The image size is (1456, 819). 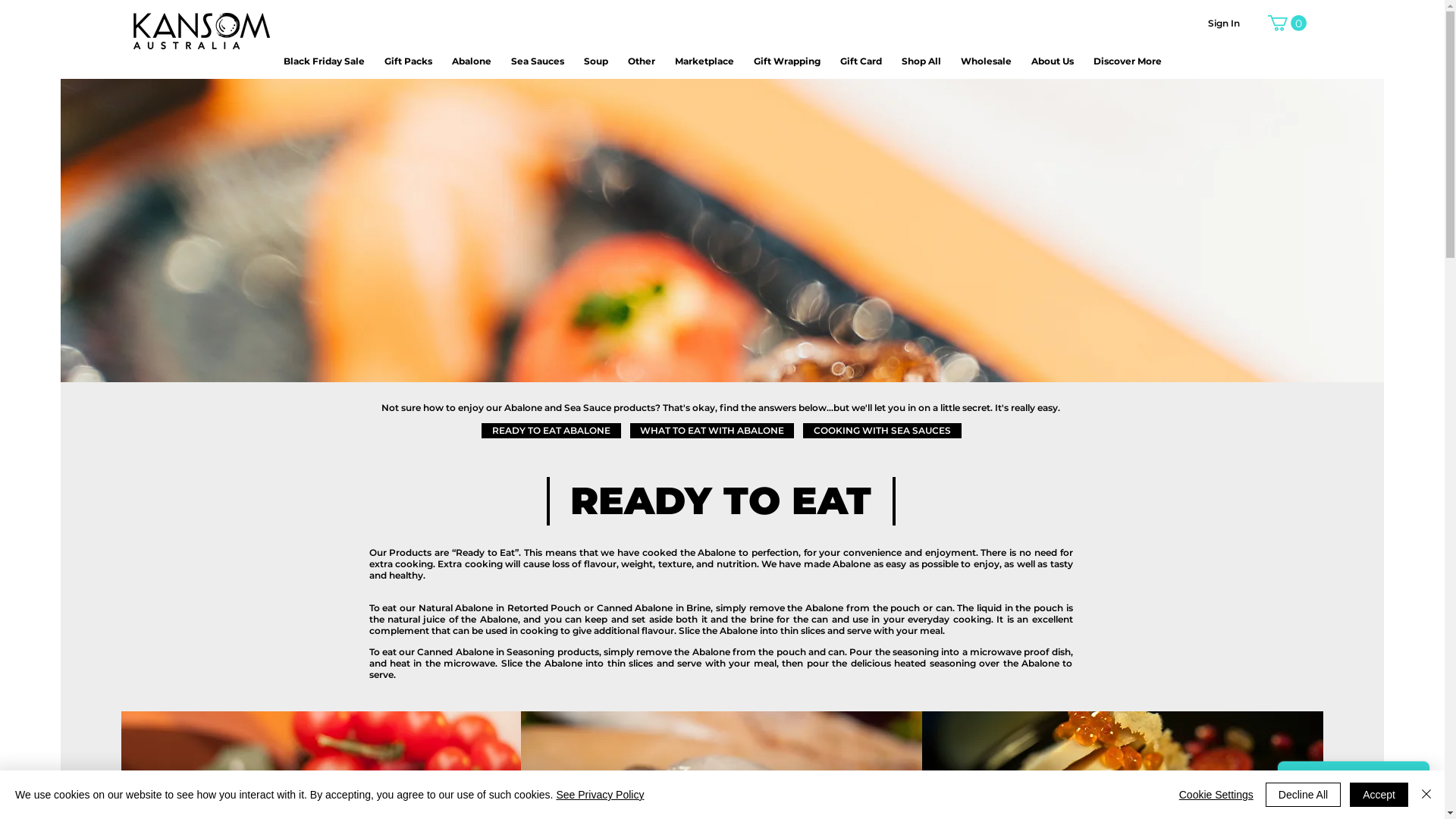 I want to click on 'Other', so click(x=641, y=60).